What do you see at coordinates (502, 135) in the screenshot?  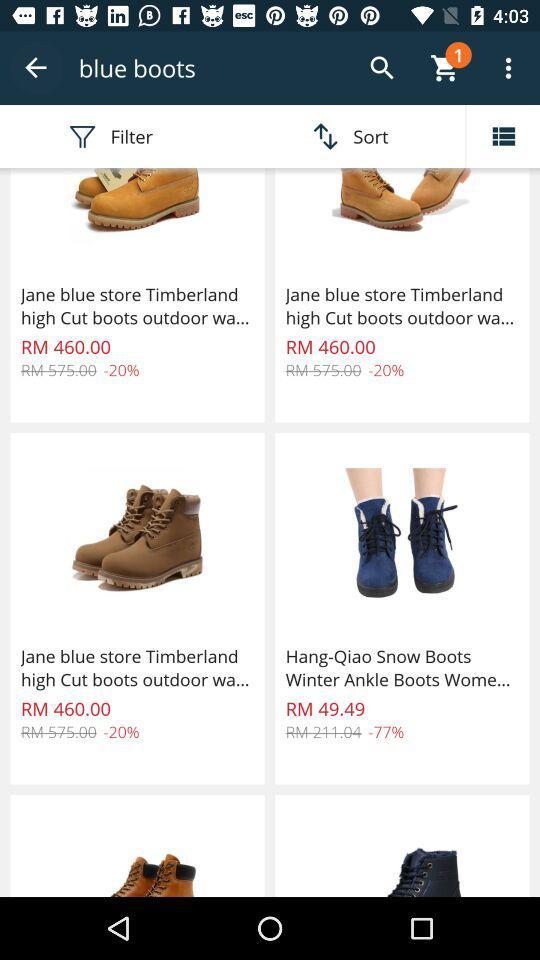 I see `open menu` at bounding box center [502, 135].